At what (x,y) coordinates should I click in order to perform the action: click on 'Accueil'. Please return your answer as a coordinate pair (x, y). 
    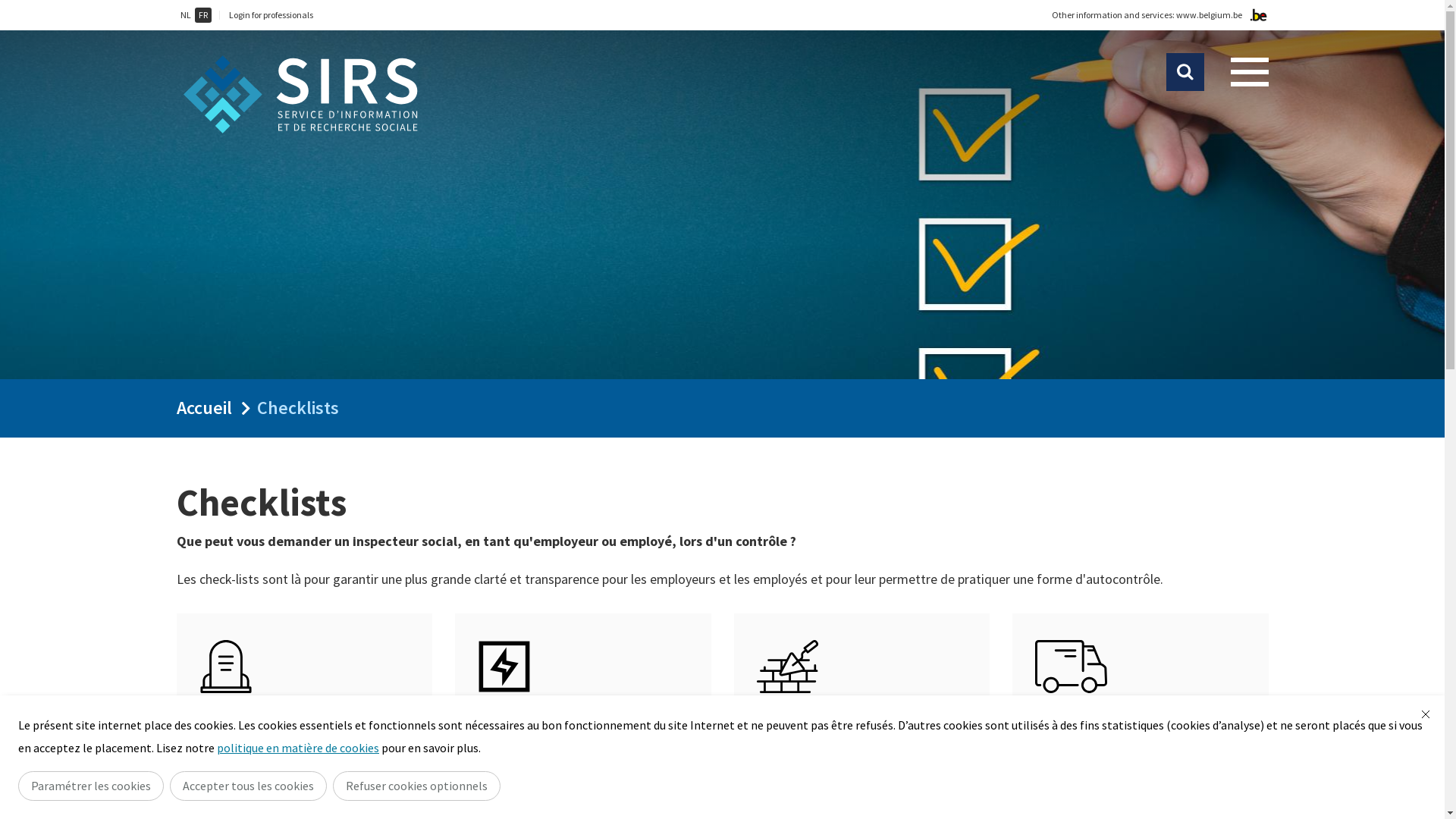
    Looking at the image, I should click on (202, 406).